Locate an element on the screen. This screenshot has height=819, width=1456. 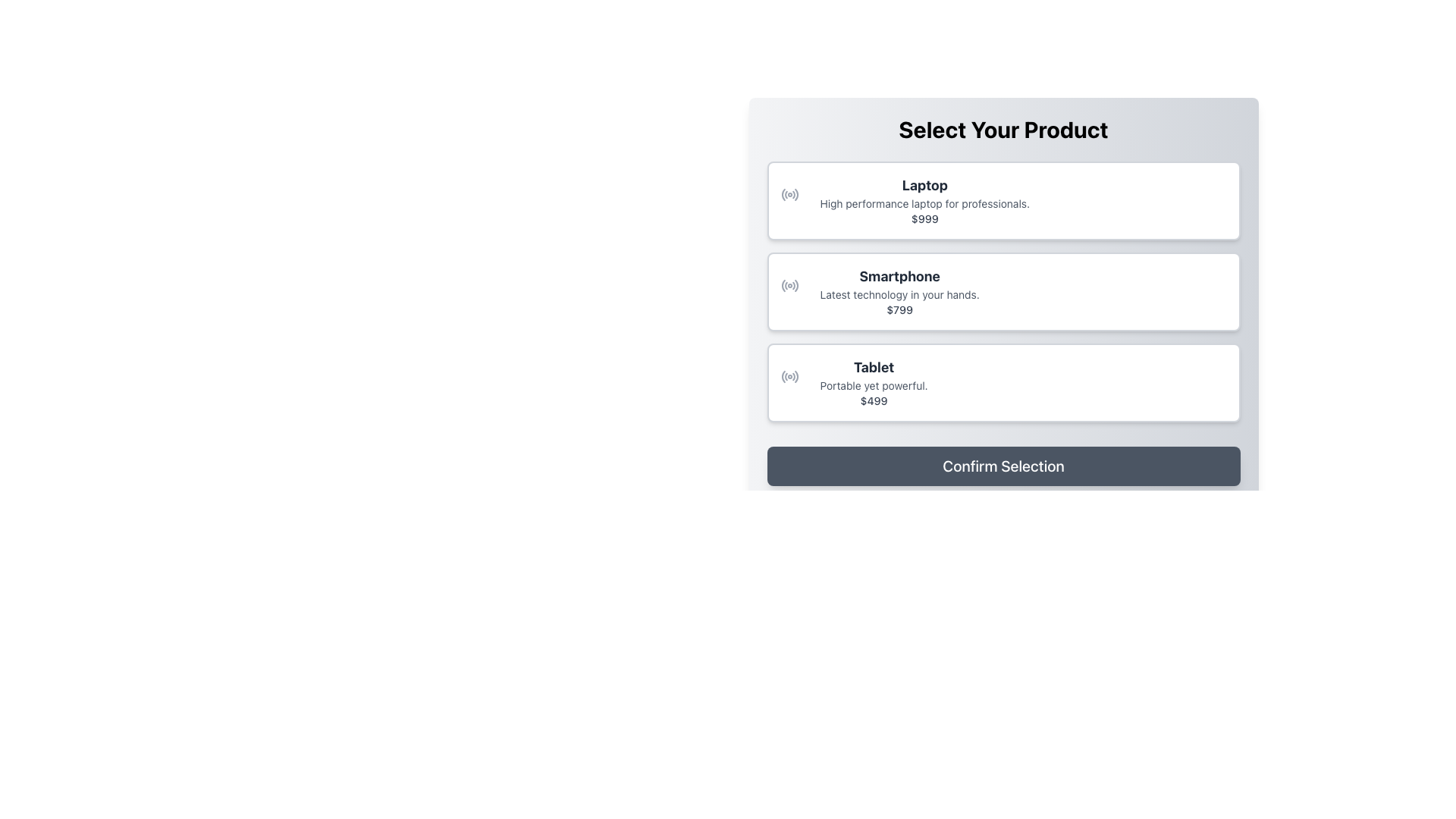
the selectable list item for the product 'Smartphone' in the product selection menu, which is the second choice below 'Laptop' and above 'Tablet' is located at coordinates (1003, 301).